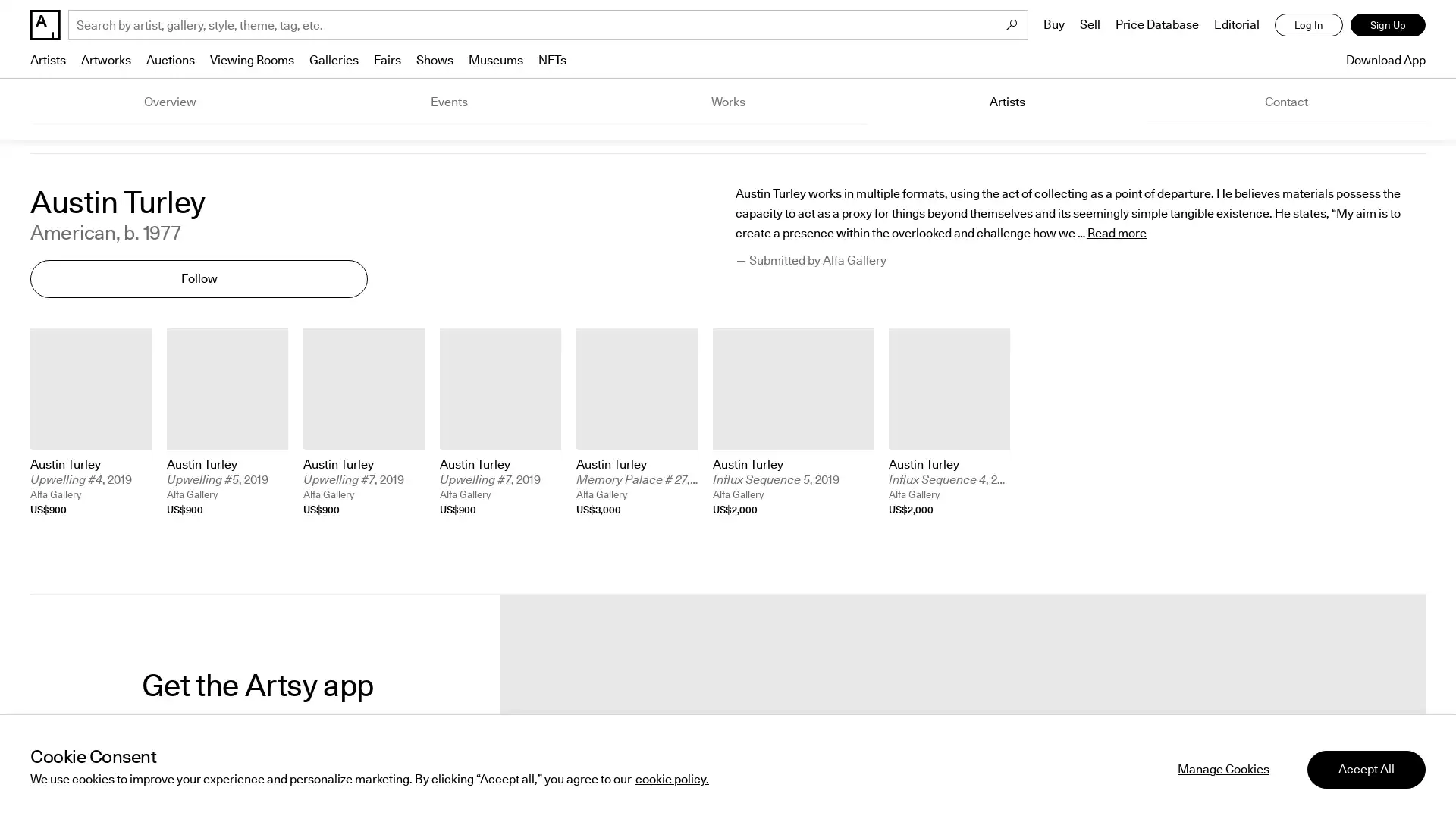 The height and width of the screenshot is (819, 1456). What do you see at coordinates (1382, 59) in the screenshot?
I see `Download App` at bounding box center [1382, 59].